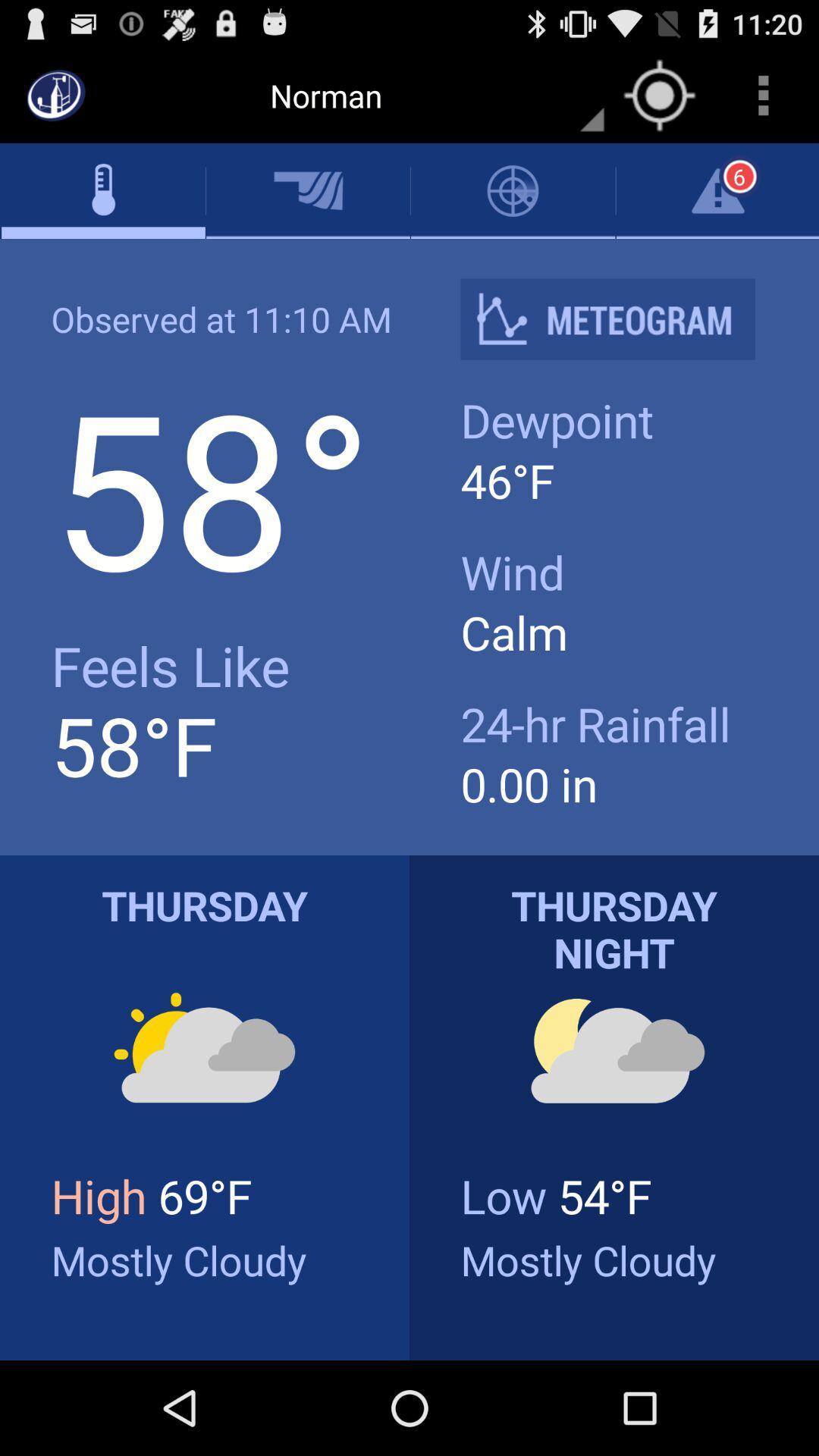  What do you see at coordinates (659, 94) in the screenshot?
I see `the icon represented the direction of te country` at bounding box center [659, 94].